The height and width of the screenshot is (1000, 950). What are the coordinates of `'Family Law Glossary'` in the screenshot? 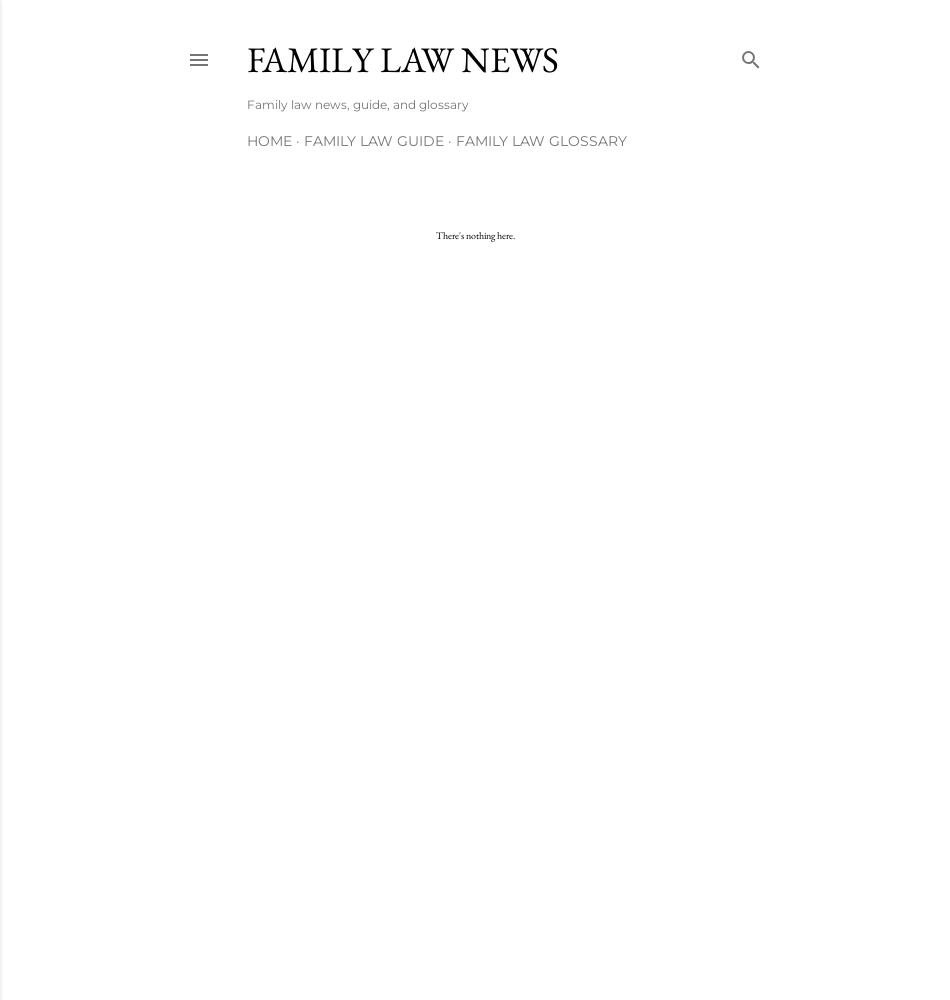 It's located at (541, 141).